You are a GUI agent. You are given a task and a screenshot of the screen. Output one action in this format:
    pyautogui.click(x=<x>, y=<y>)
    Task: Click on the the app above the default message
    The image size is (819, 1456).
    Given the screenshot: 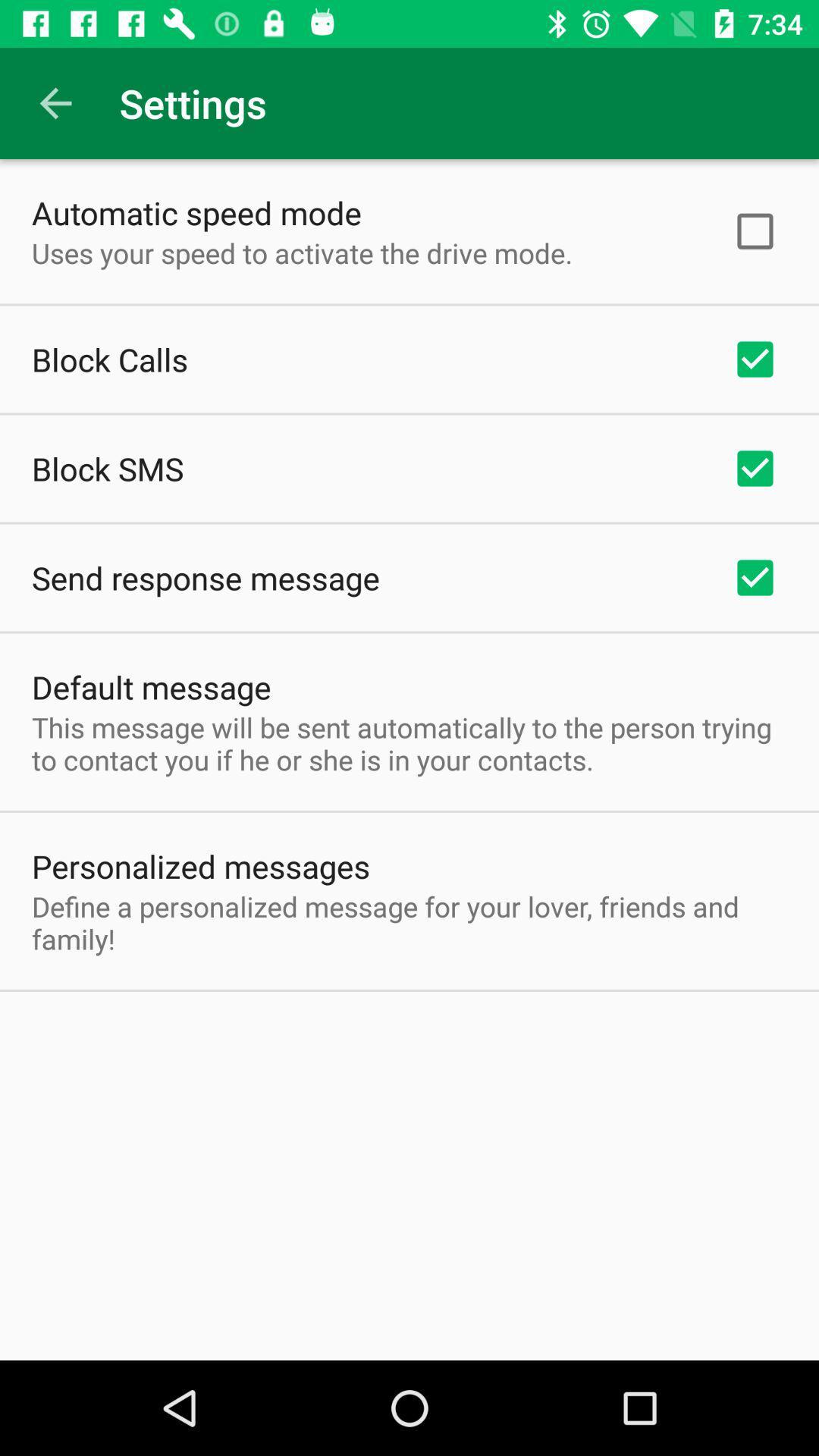 What is the action you would take?
    pyautogui.click(x=206, y=577)
    